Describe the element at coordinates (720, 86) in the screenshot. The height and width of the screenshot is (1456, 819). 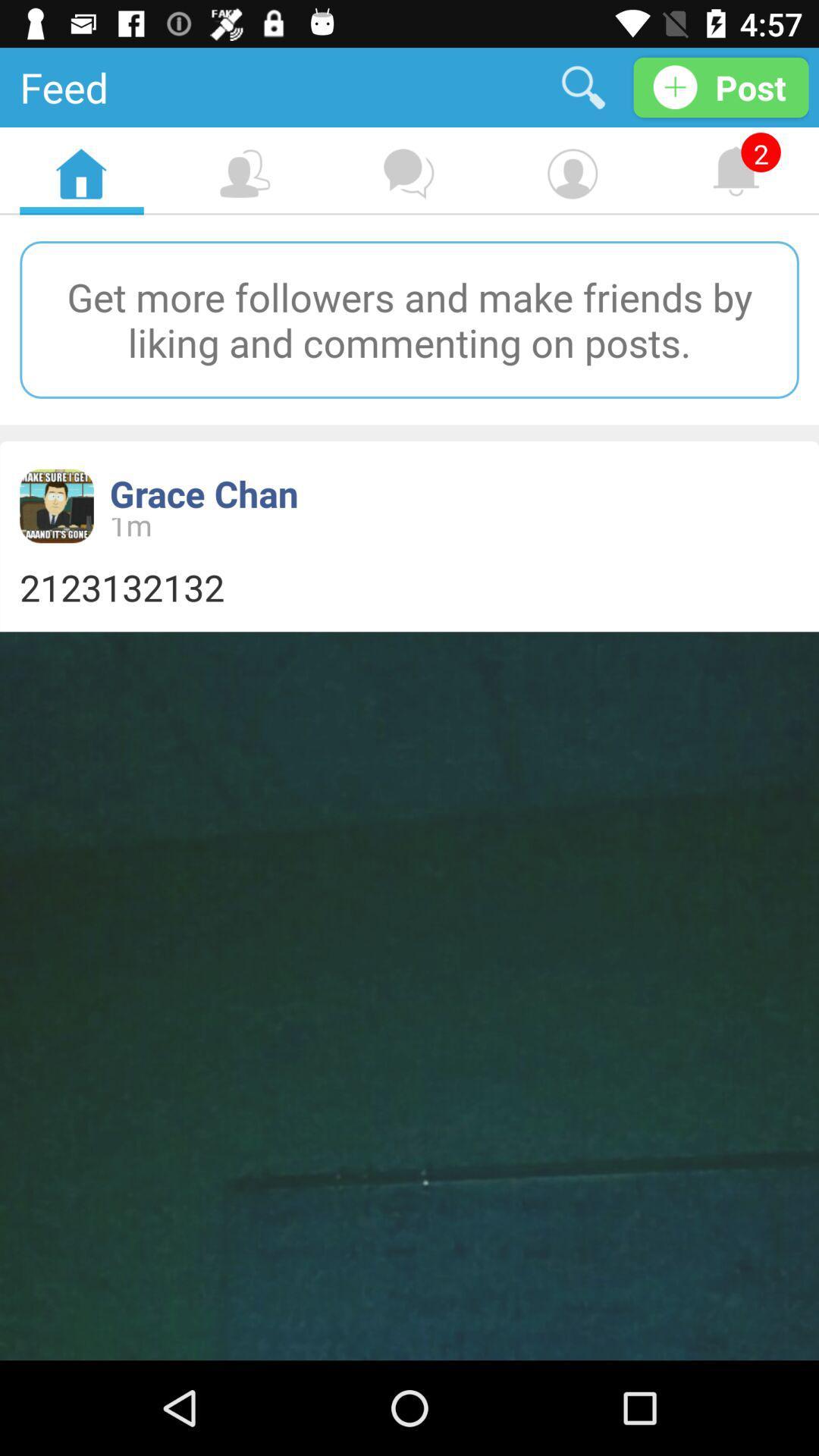
I see `icon above 2` at that location.